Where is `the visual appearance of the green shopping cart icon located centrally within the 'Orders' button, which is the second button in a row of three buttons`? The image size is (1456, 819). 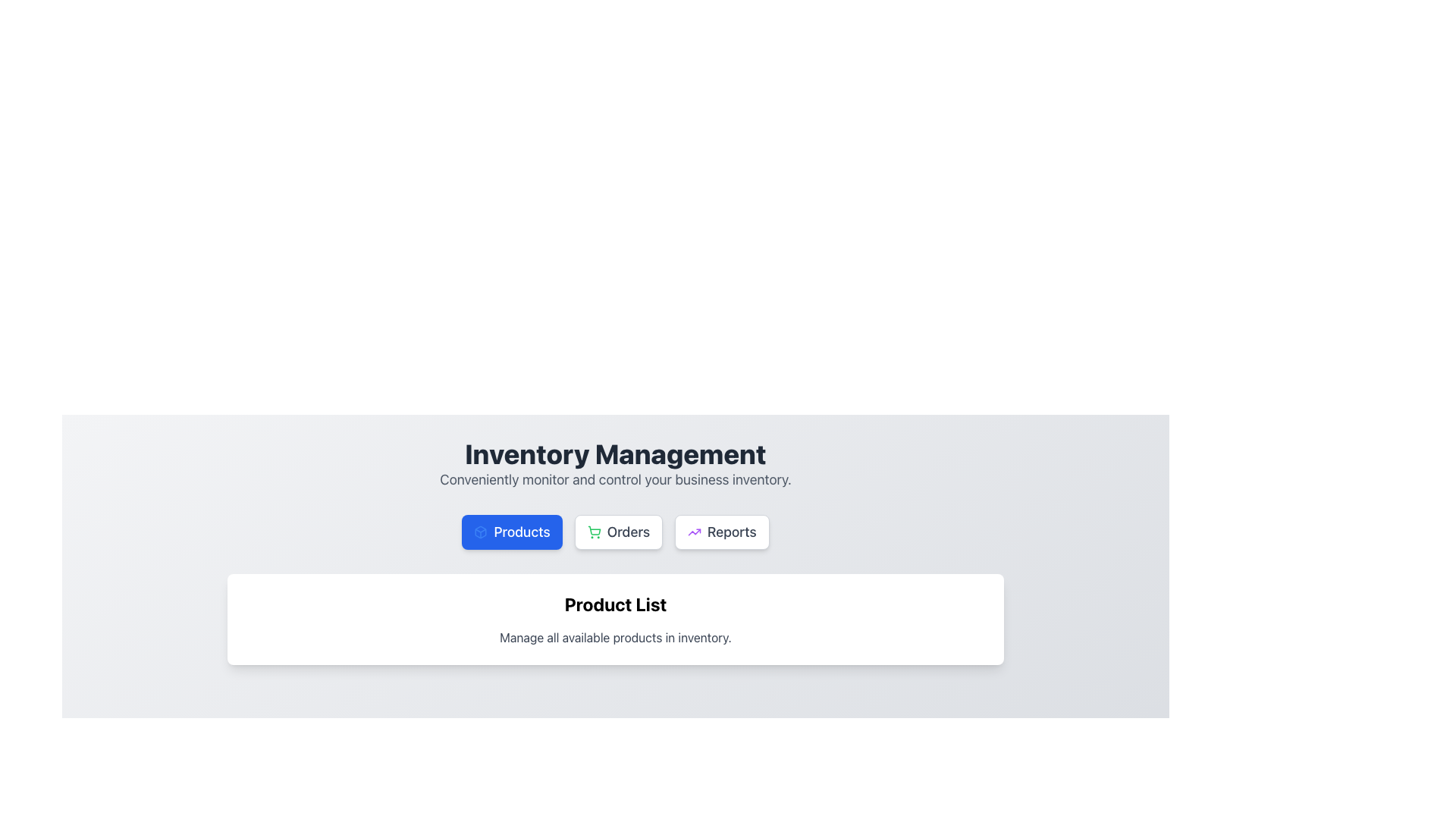 the visual appearance of the green shopping cart icon located centrally within the 'Orders' button, which is the second button in a row of three buttons is located at coordinates (593, 532).